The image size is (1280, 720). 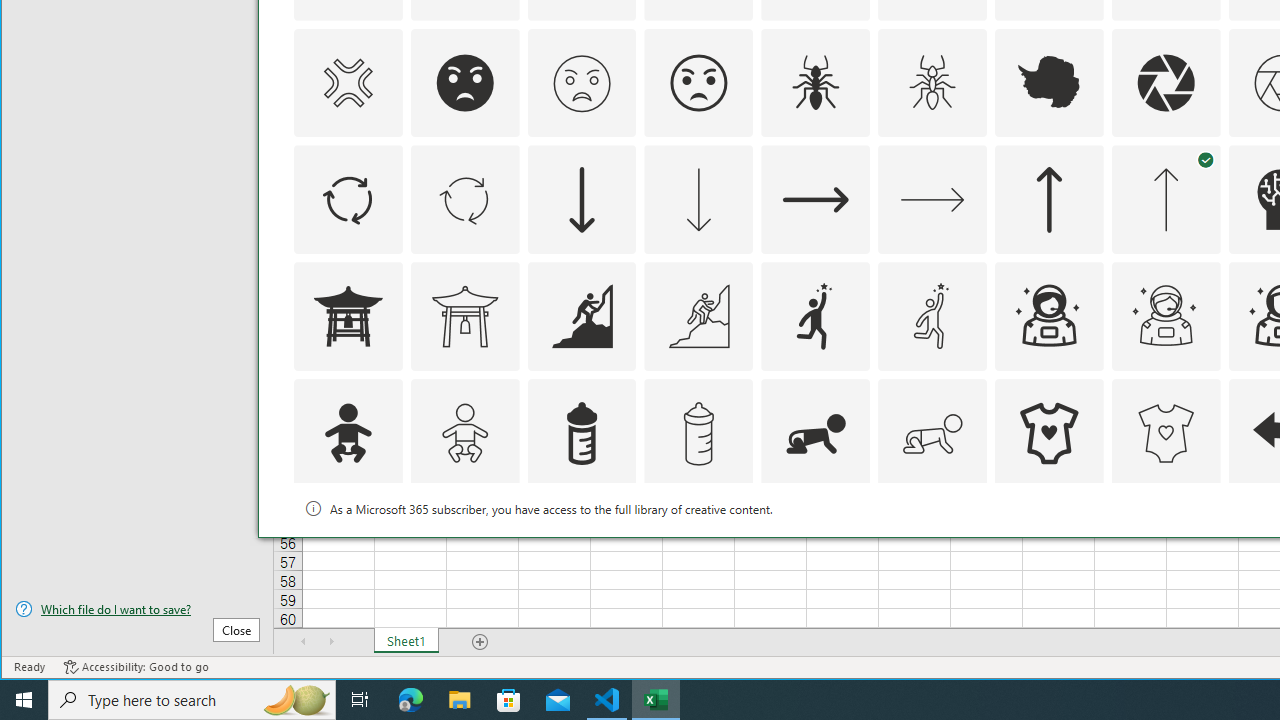 I want to click on 'AutomationID: Icons_Baby_M', so click(x=463, y=433).